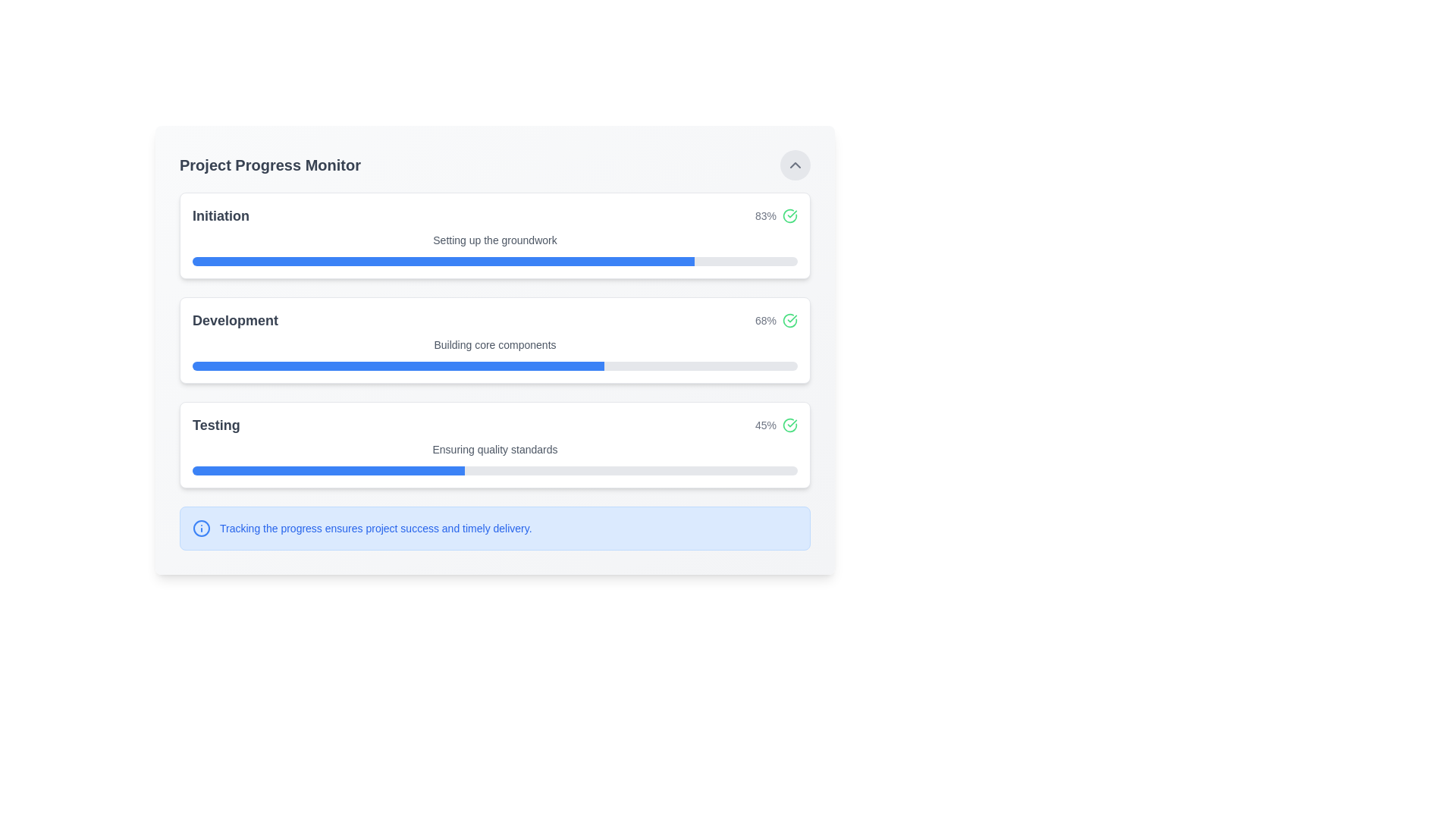 The width and height of the screenshot is (1456, 819). Describe the element at coordinates (494, 339) in the screenshot. I see `the card titled 'Development' which features a progress bar and a green checkmark, located in the center of the interface` at that location.